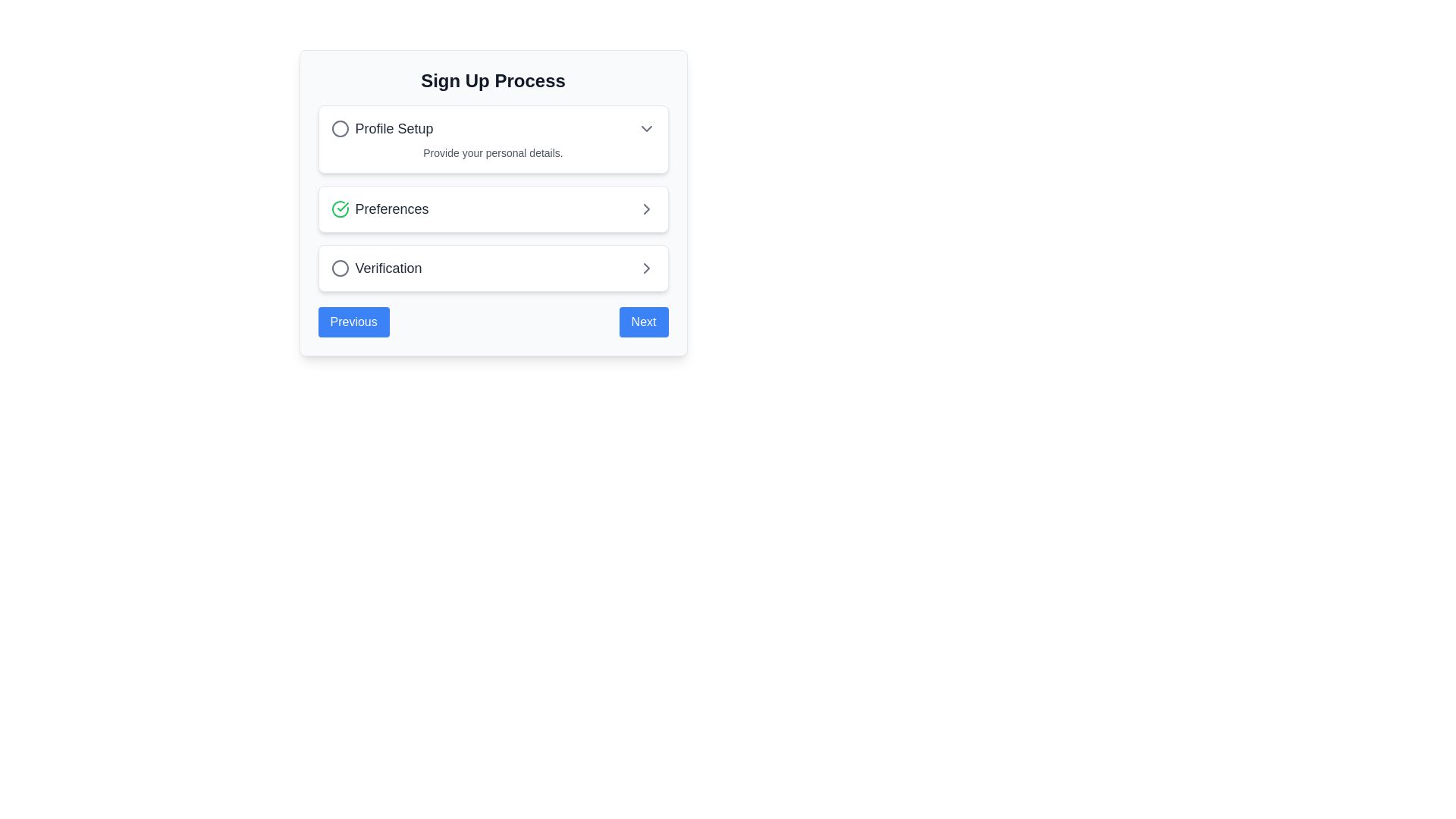 This screenshot has height=819, width=1456. I want to click on the green check mark icon part of the second option 'Preferences' in the 'Sign Up Process' interface, so click(341, 207).